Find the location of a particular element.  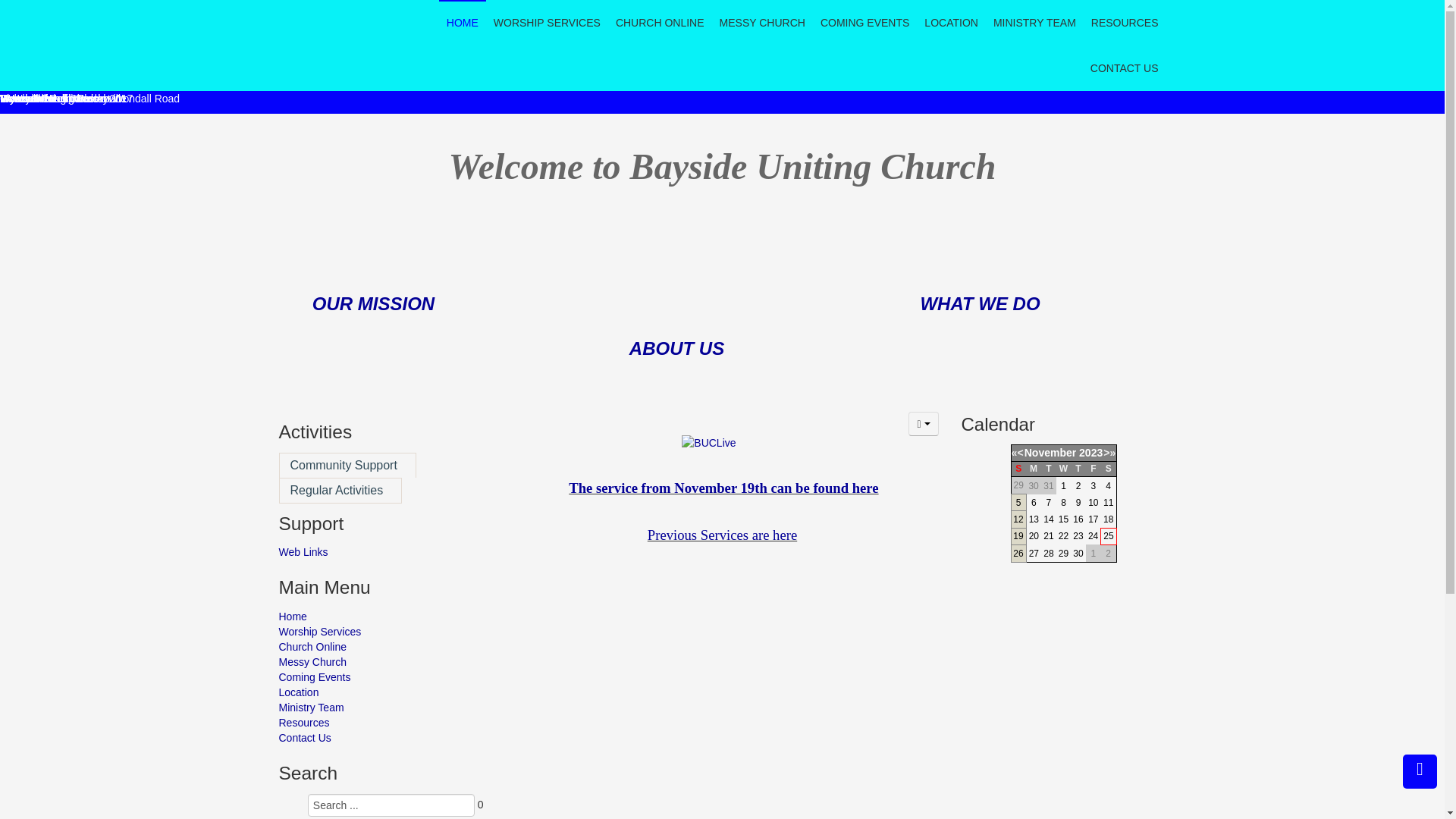

'Previous Services are here' is located at coordinates (721, 534).